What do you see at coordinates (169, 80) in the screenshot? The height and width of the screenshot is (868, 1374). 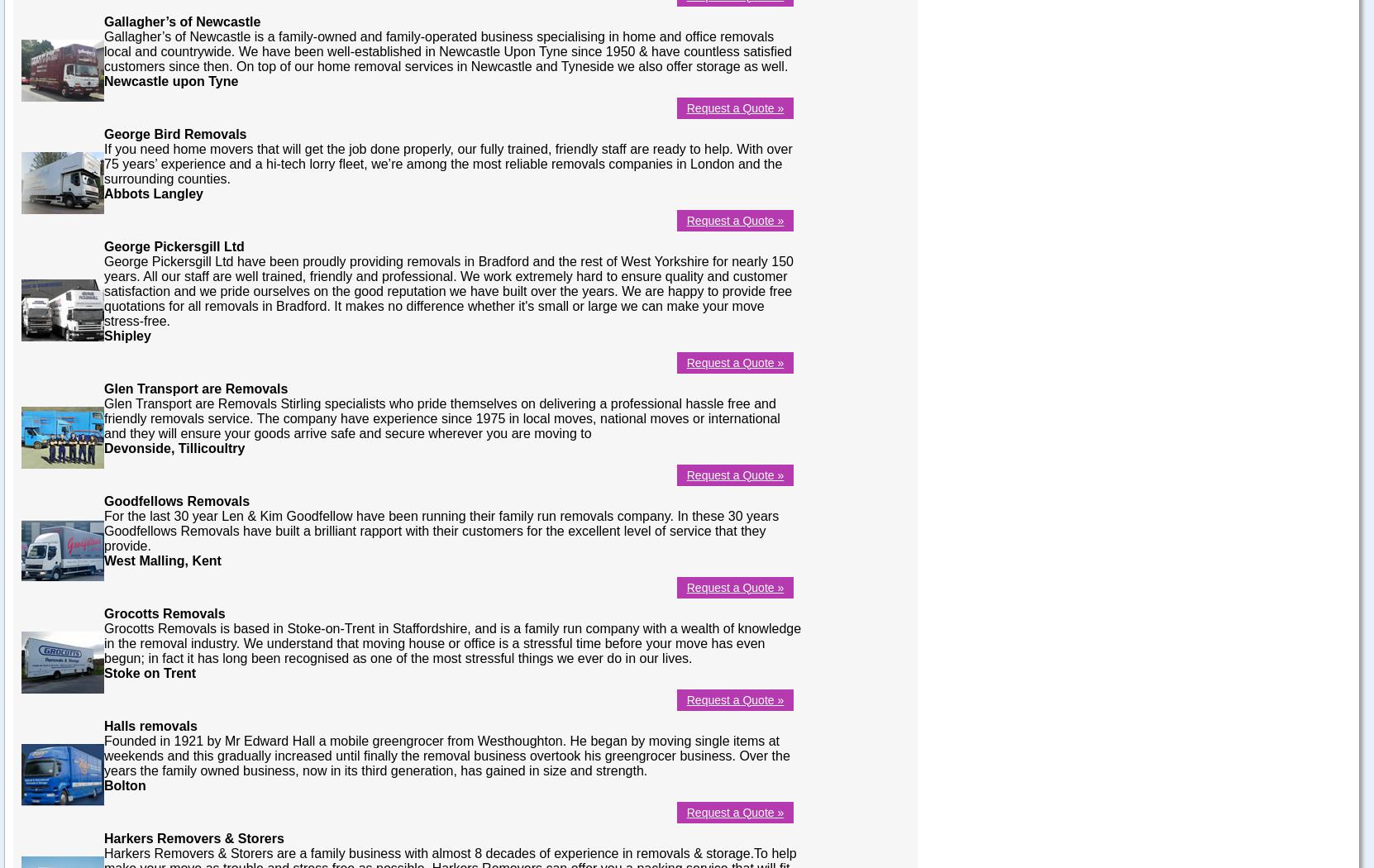 I see `'Newcastle upon Tyne'` at bounding box center [169, 80].